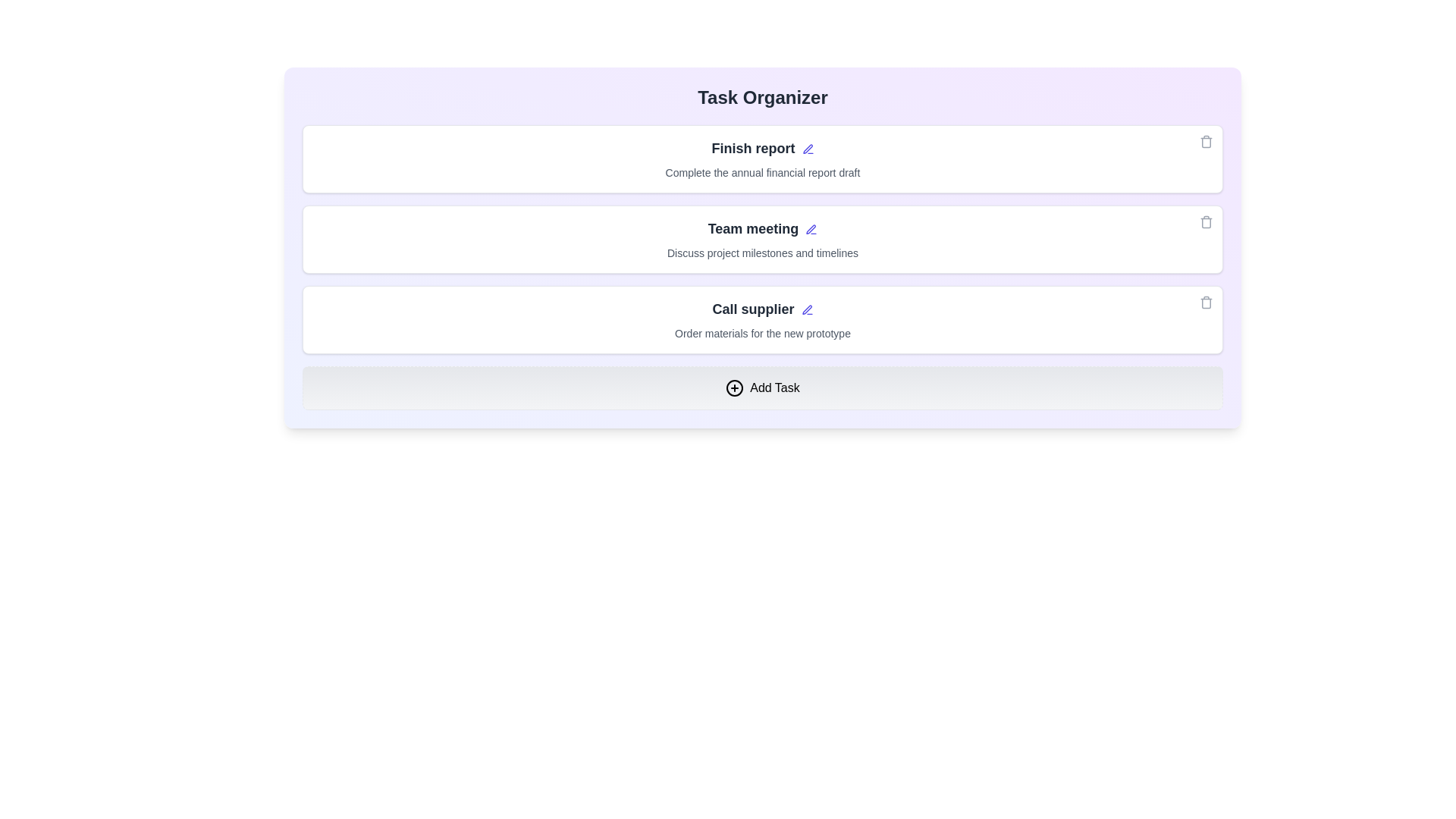 This screenshot has height=819, width=1456. I want to click on the trash icon of the task card titled 'Finish report' to delete the task, so click(1205, 141).